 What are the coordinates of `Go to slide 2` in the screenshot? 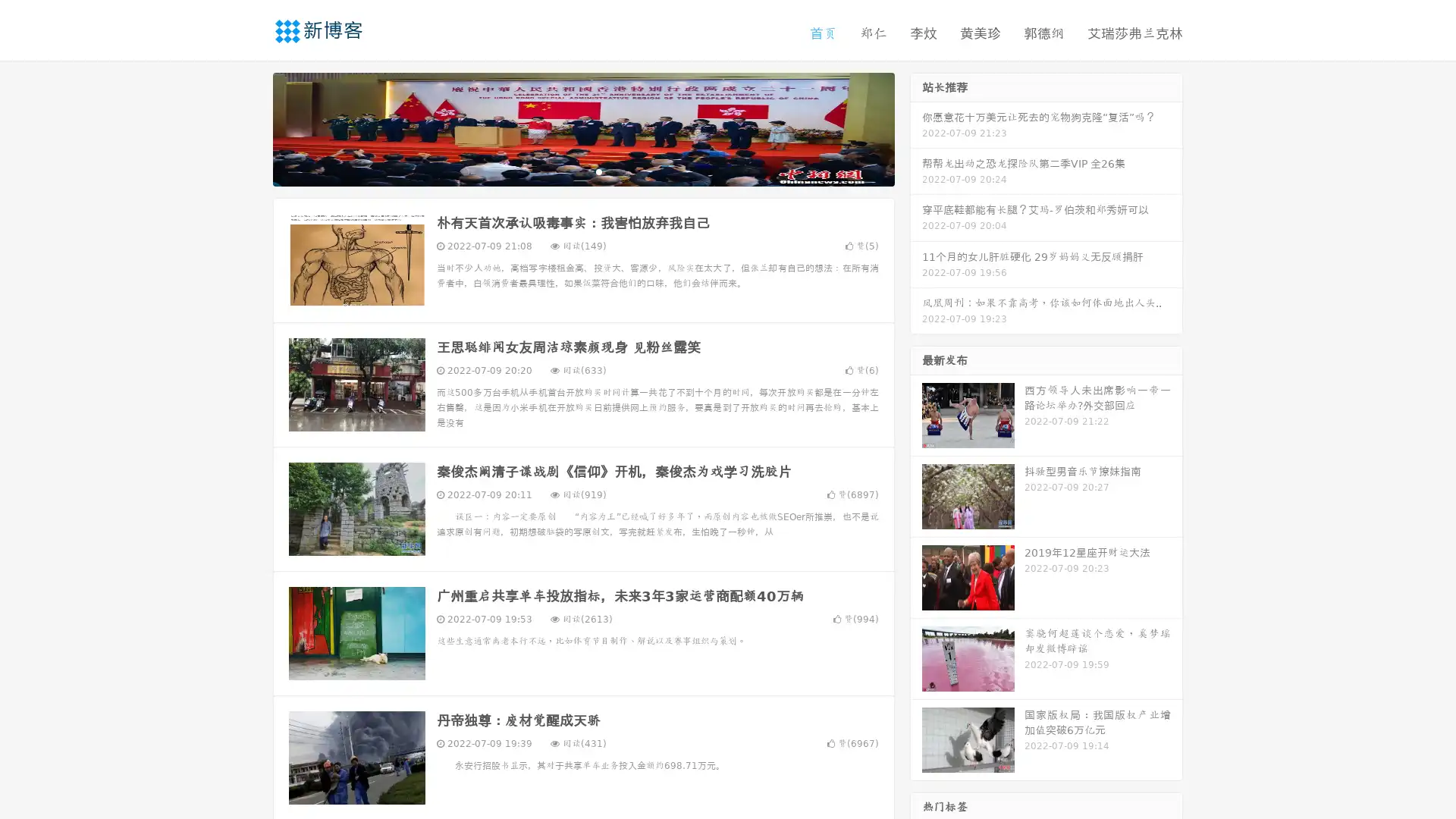 It's located at (582, 171).